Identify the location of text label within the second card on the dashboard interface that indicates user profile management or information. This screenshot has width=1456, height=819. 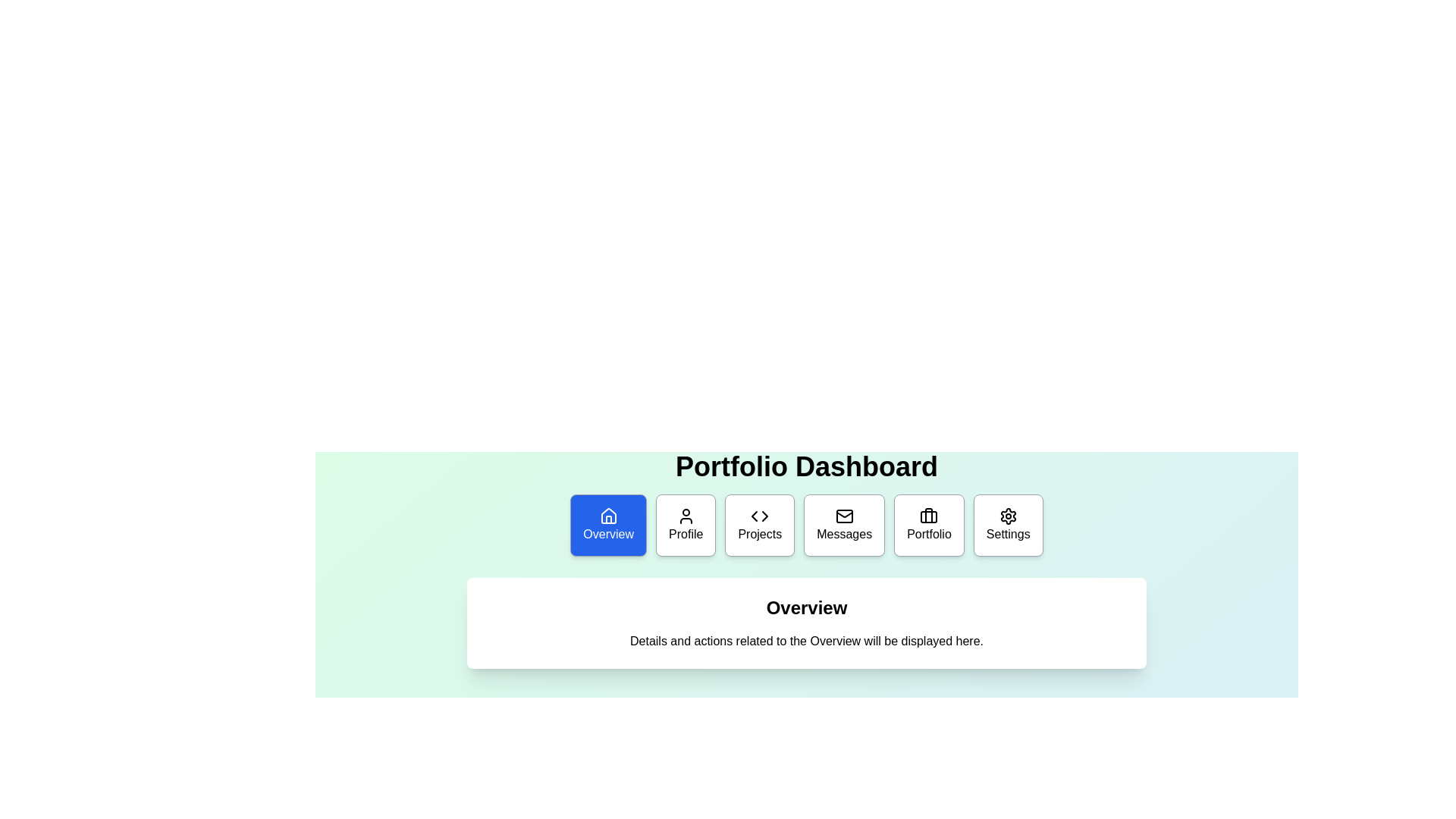
(685, 534).